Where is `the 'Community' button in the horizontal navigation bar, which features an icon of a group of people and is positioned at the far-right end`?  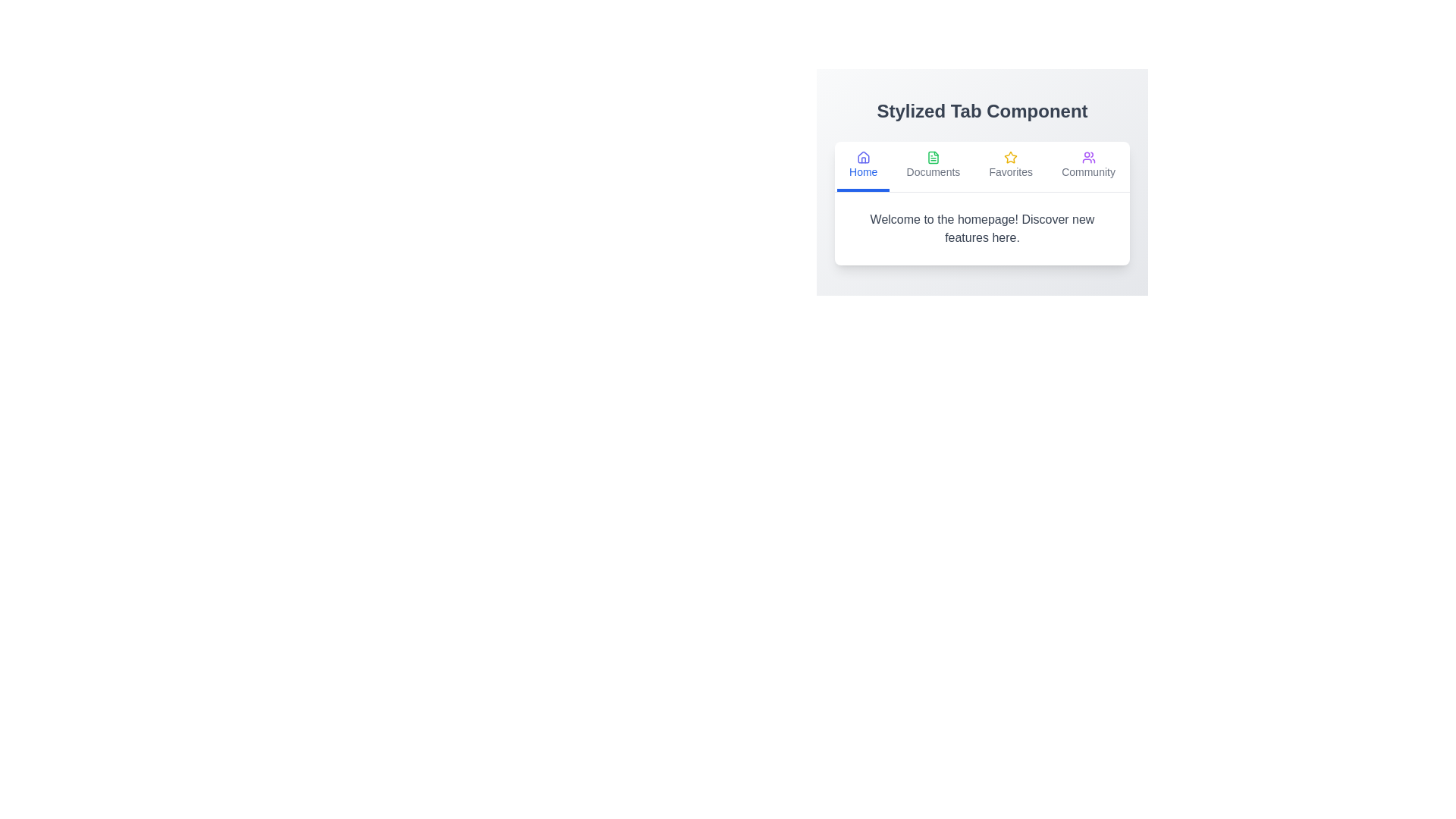 the 'Community' button in the horizontal navigation bar, which features an icon of a group of people and is positioned at the far-right end is located at coordinates (1087, 166).